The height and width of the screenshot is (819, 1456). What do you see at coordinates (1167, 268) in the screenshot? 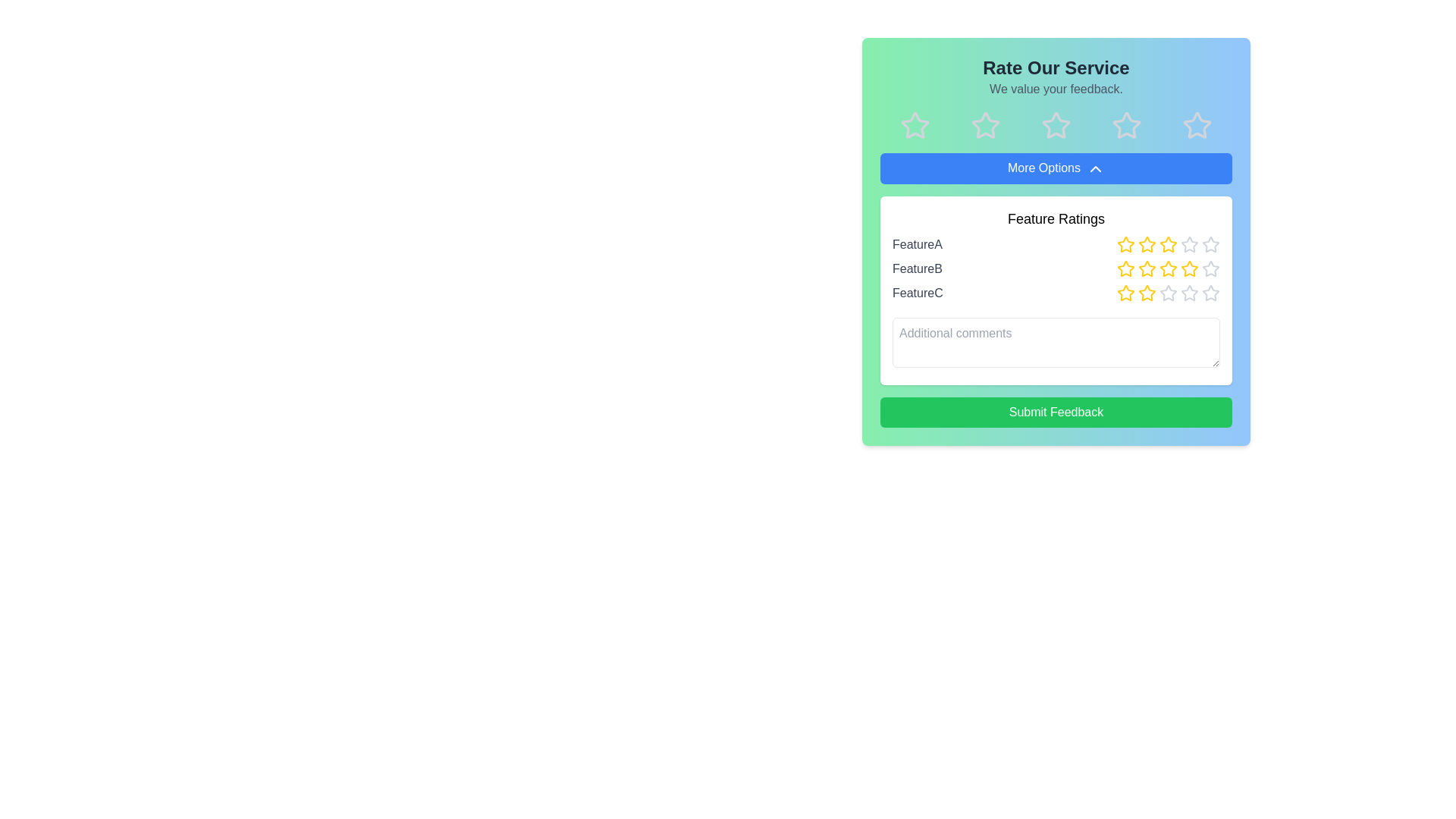
I see `the third yellow hollow star icon in the feature rating section` at bounding box center [1167, 268].